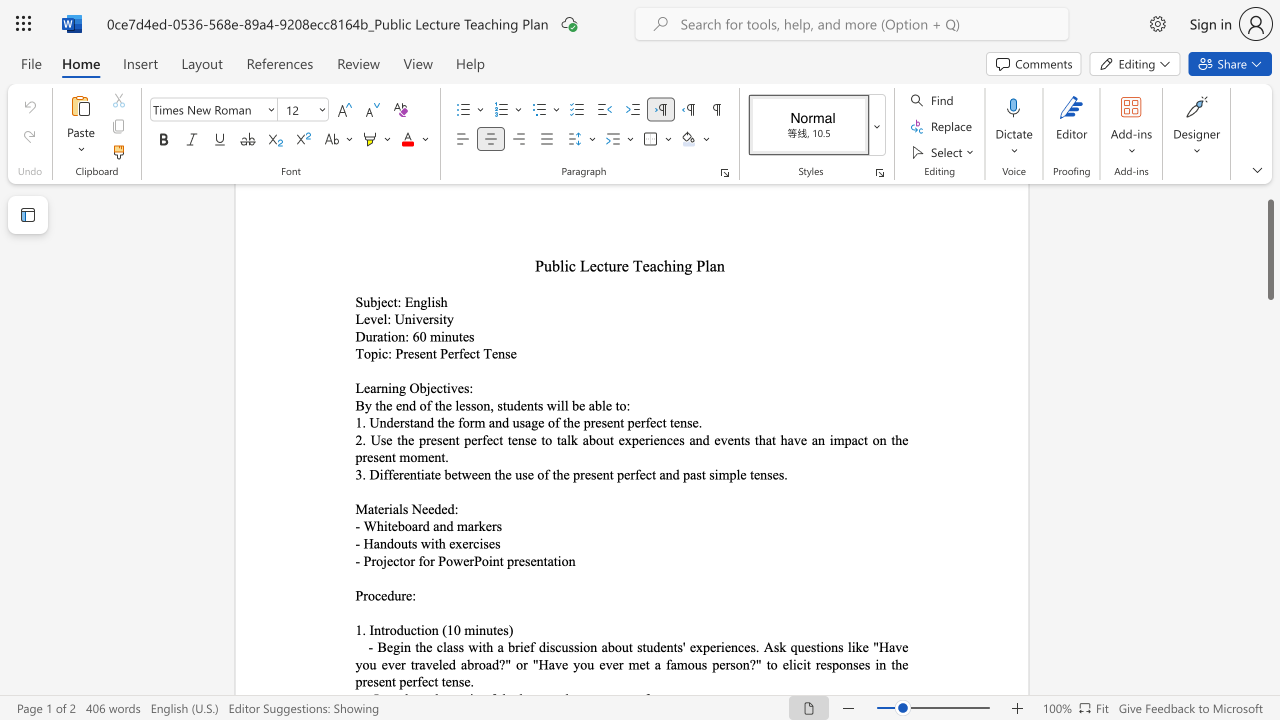  Describe the element at coordinates (1269, 248) in the screenshot. I see `the scrollbar and move down 140 pixels` at that location.